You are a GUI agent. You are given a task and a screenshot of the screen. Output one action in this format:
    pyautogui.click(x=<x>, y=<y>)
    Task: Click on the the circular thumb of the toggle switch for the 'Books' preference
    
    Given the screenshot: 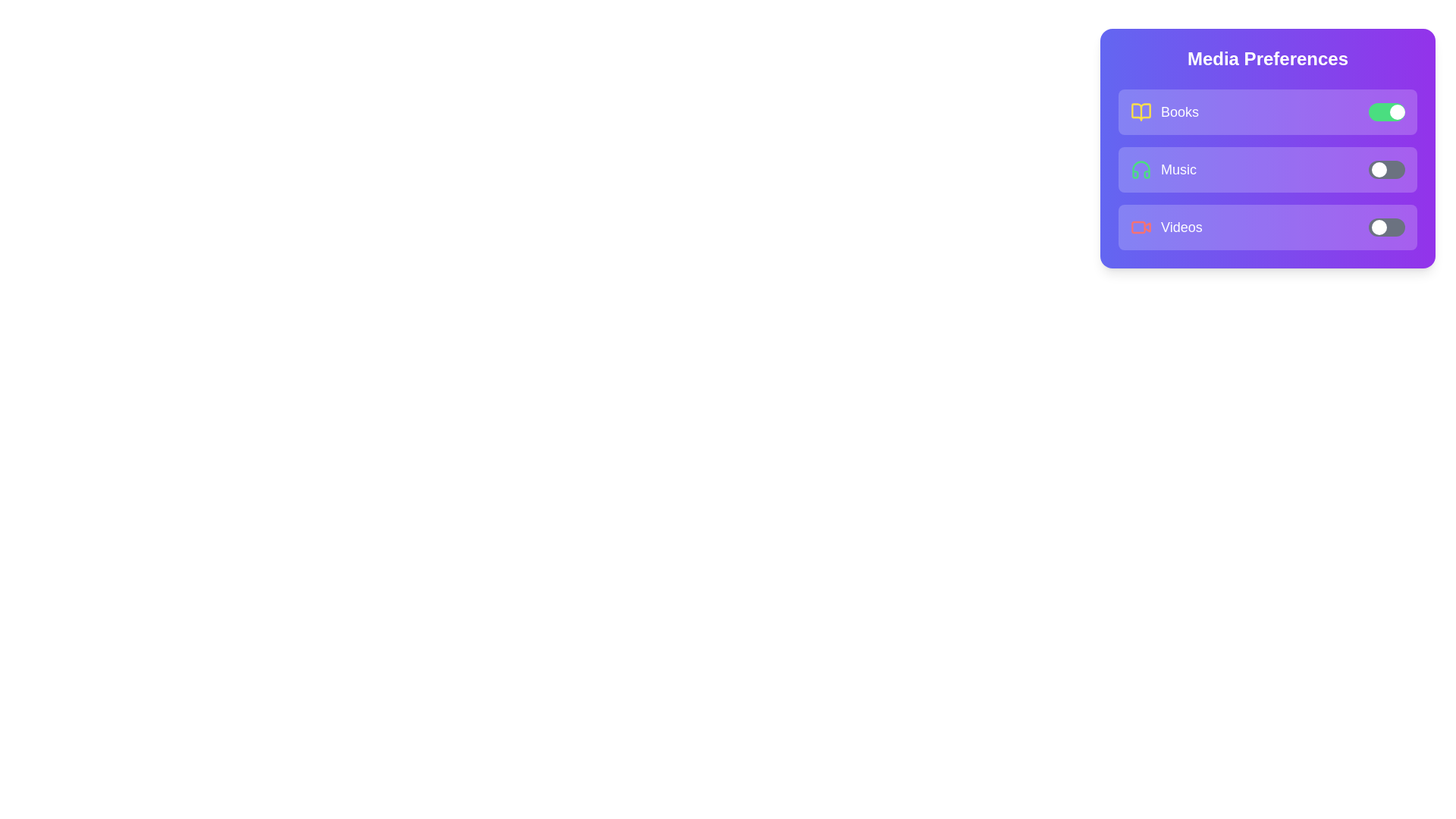 What is the action you would take?
    pyautogui.click(x=1397, y=111)
    